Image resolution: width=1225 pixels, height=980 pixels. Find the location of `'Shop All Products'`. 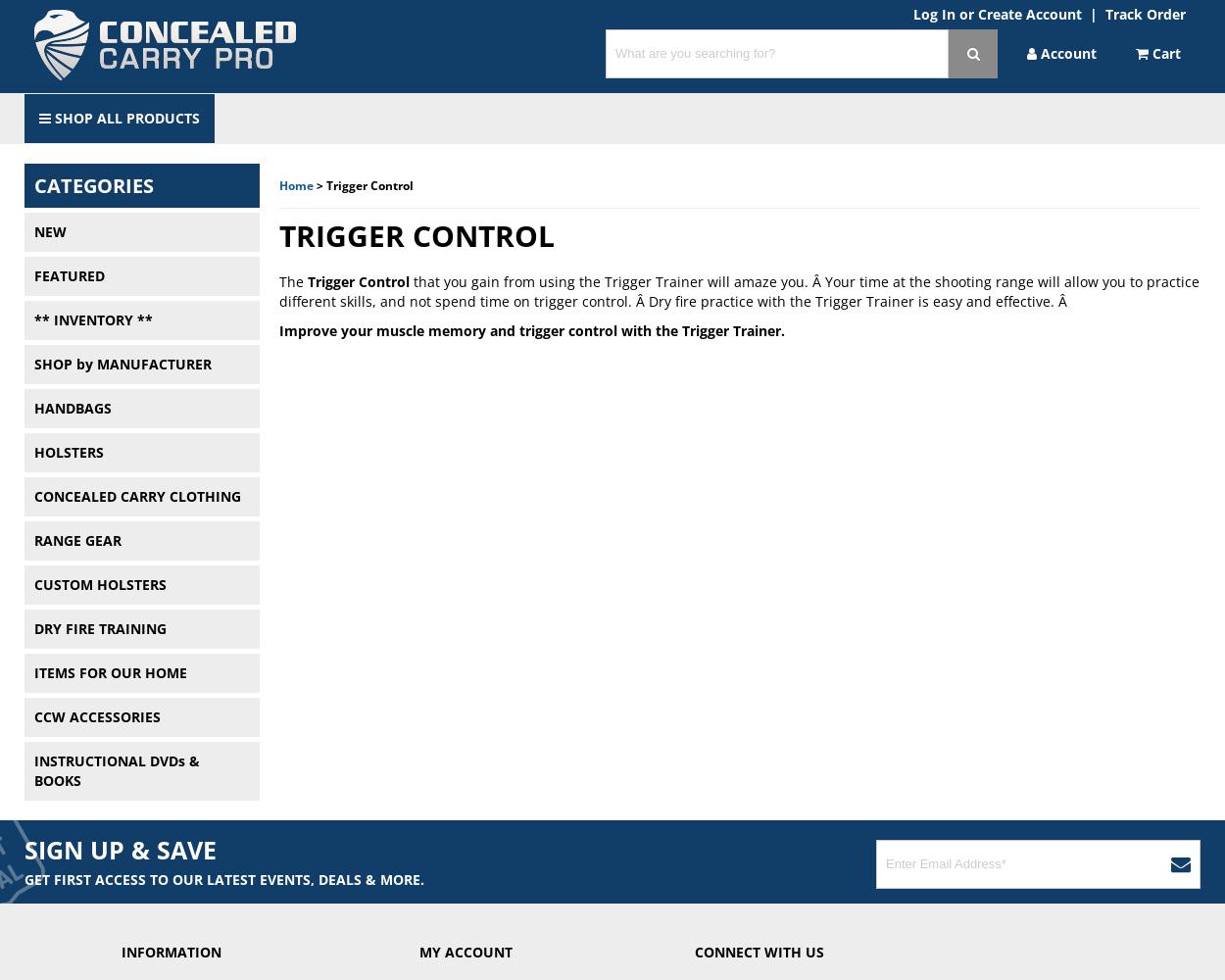

'Shop All Products' is located at coordinates (51, 117).